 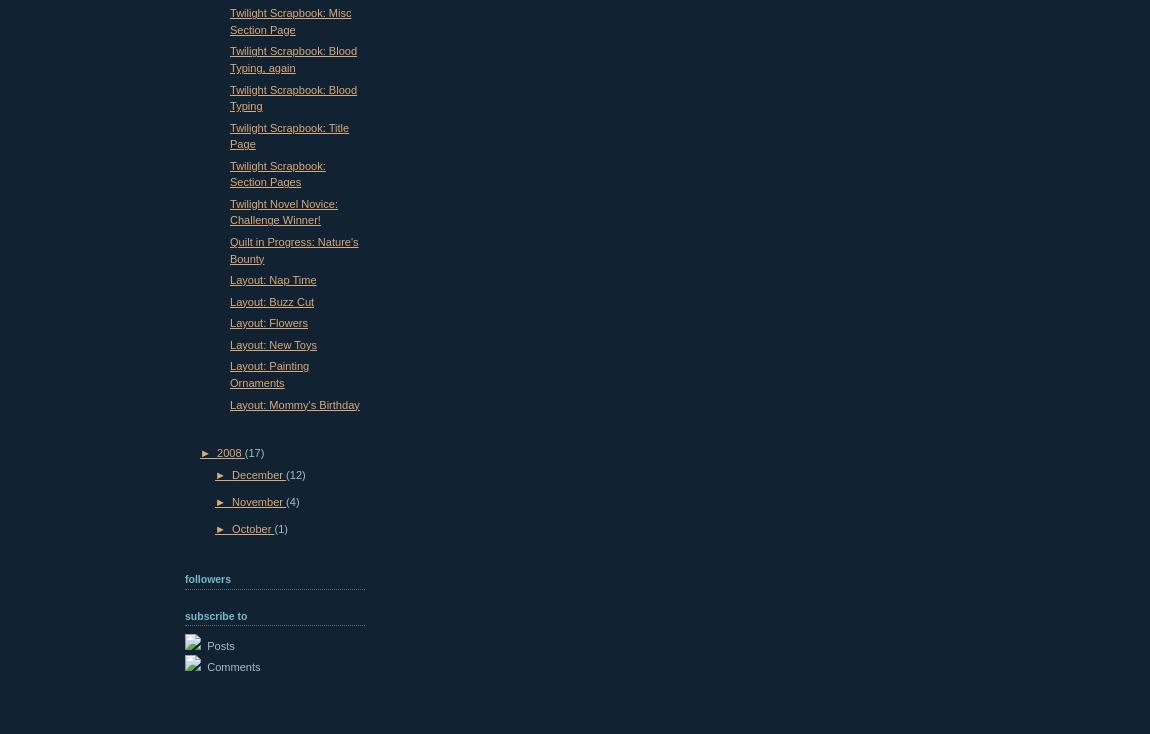 I want to click on 'Layout: Painting Ornaments', so click(x=268, y=372).